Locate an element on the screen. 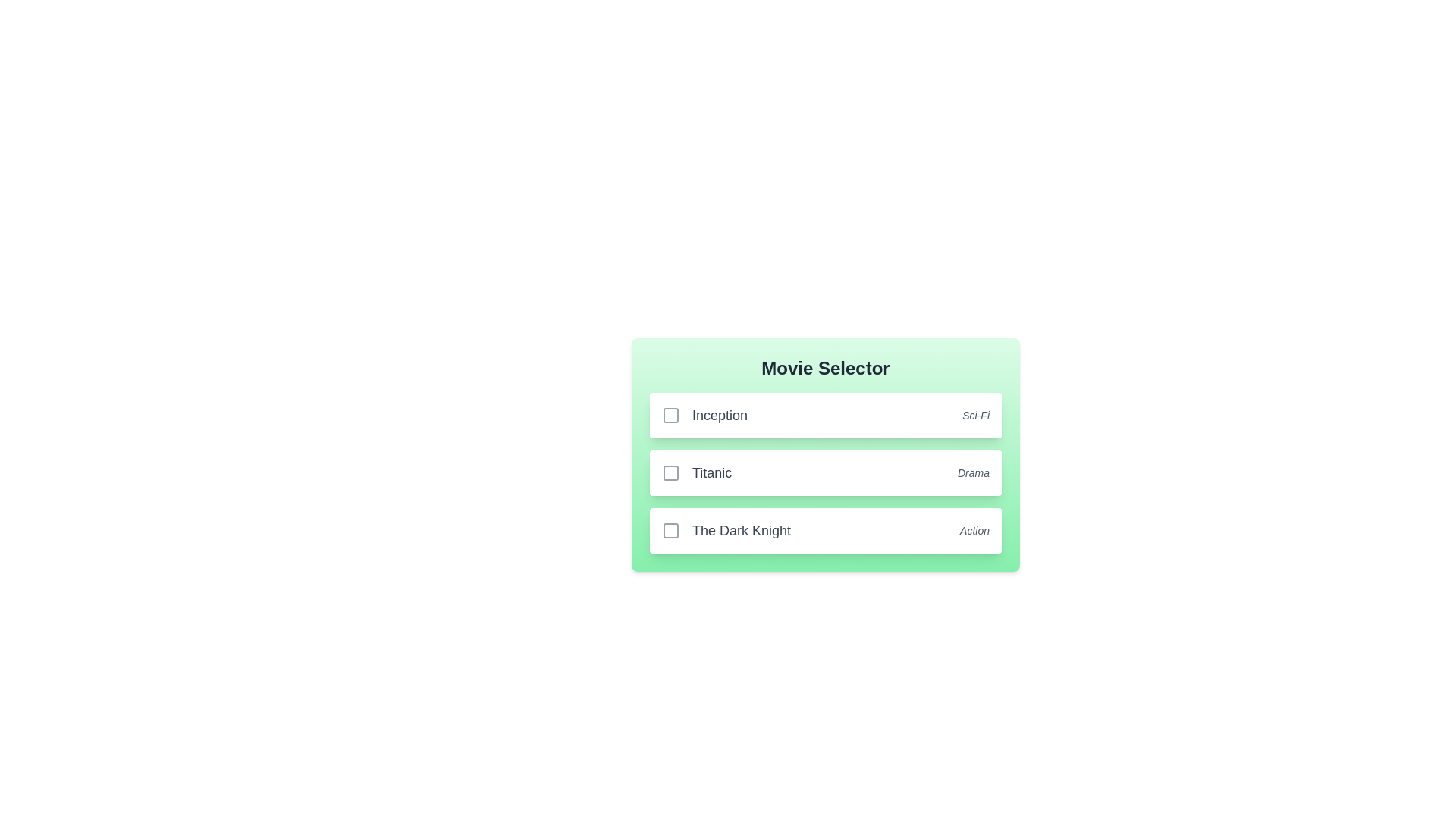 Image resolution: width=1456 pixels, height=819 pixels. the movie Titanic by clicking its checkbox is located at coordinates (670, 472).